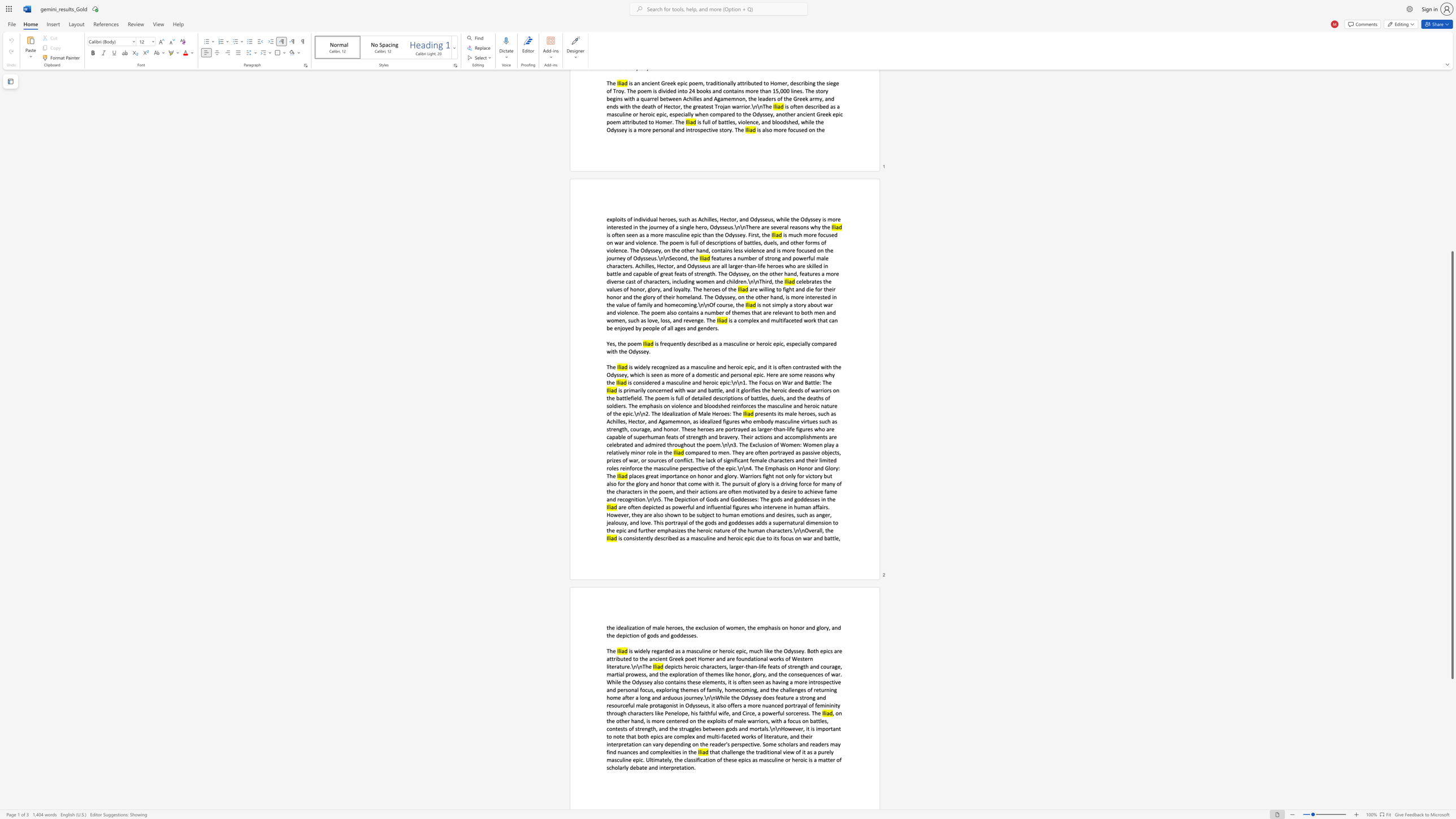  What do you see at coordinates (1451, 219) in the screenshot?
I see `the vertical scrollbar to raise the page content` at bounding box center [1451, 219].